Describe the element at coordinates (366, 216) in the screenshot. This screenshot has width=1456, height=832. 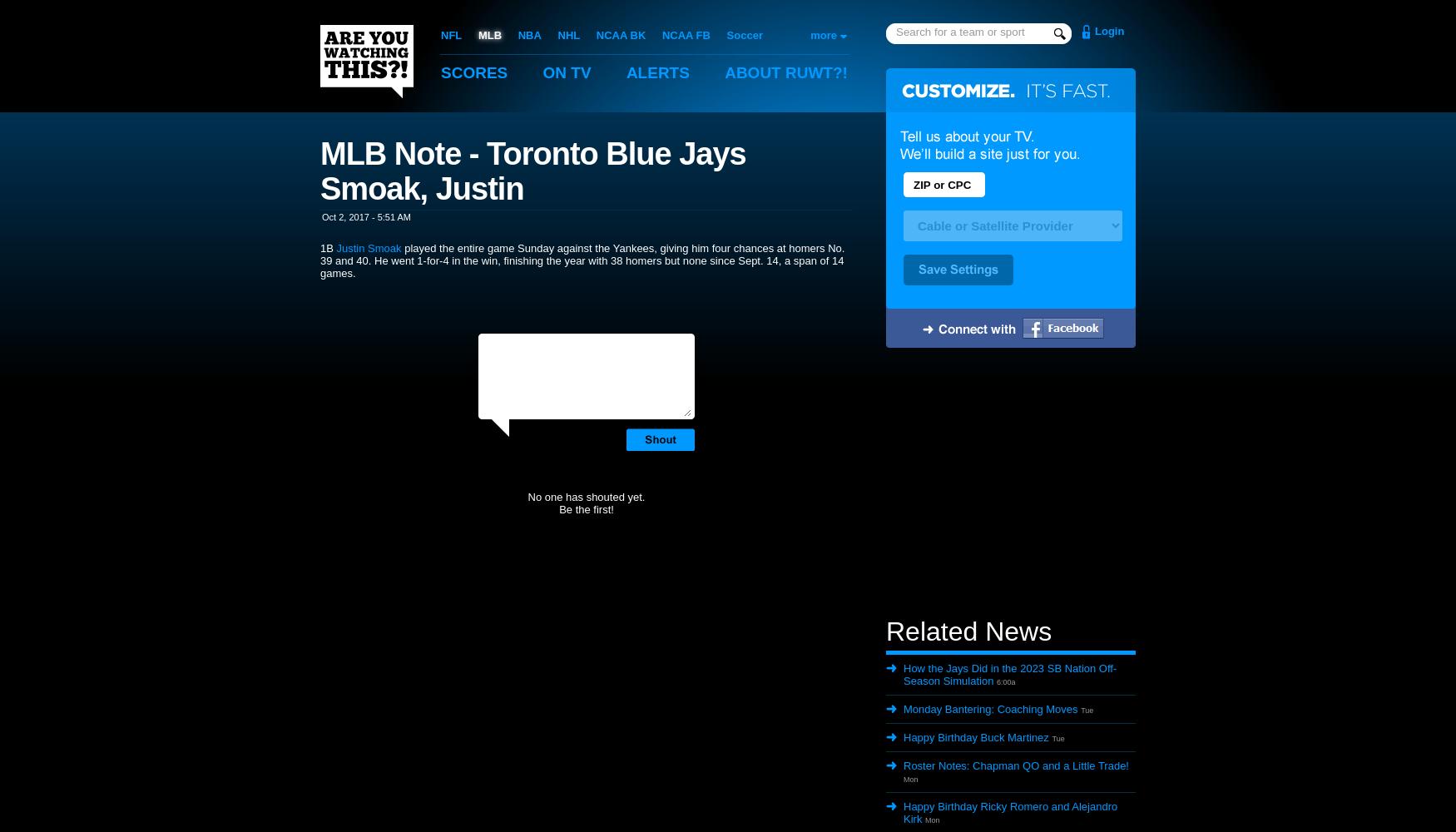
I see `'Oct 2, 2017 - 5:51 AM'` at that location.